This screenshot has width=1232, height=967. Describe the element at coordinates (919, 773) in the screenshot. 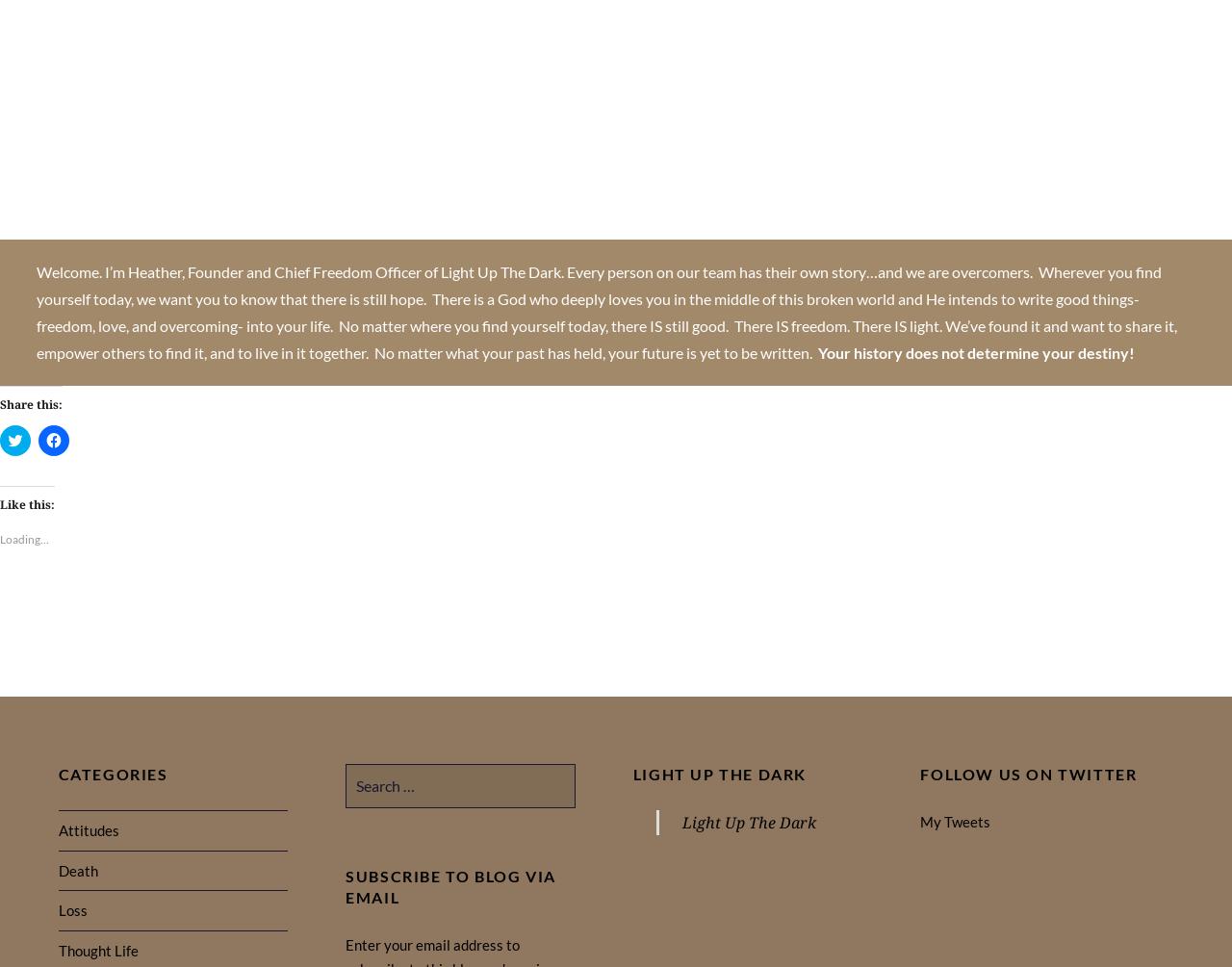

I see `'Follow us on Twitter'` at that location.